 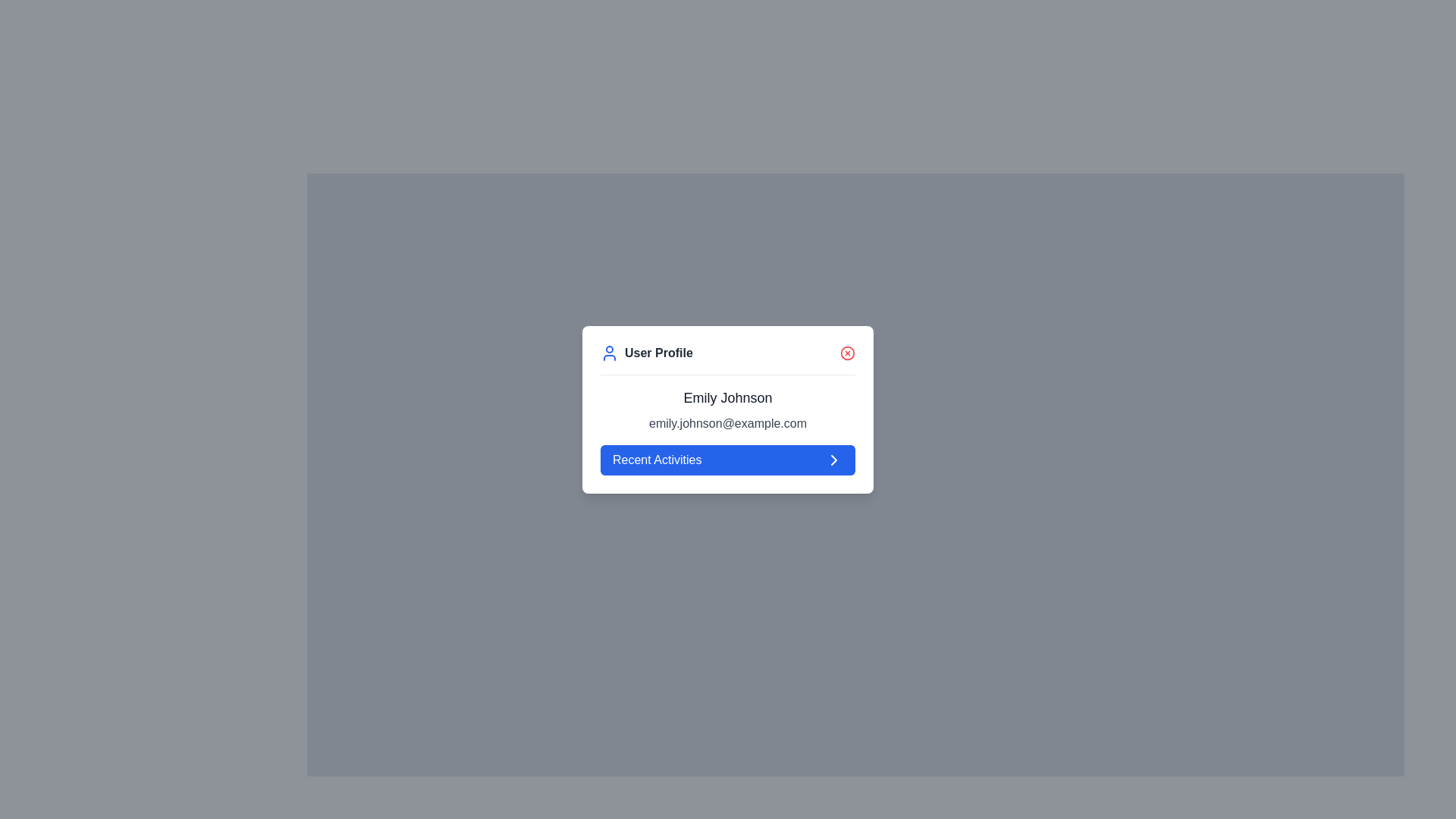 I want to click on the text label displaying 'Emily Johnson', which is bold and dark gray, positioned above the email address 'emily.johnson@example.com', so click(x=728, y=397).